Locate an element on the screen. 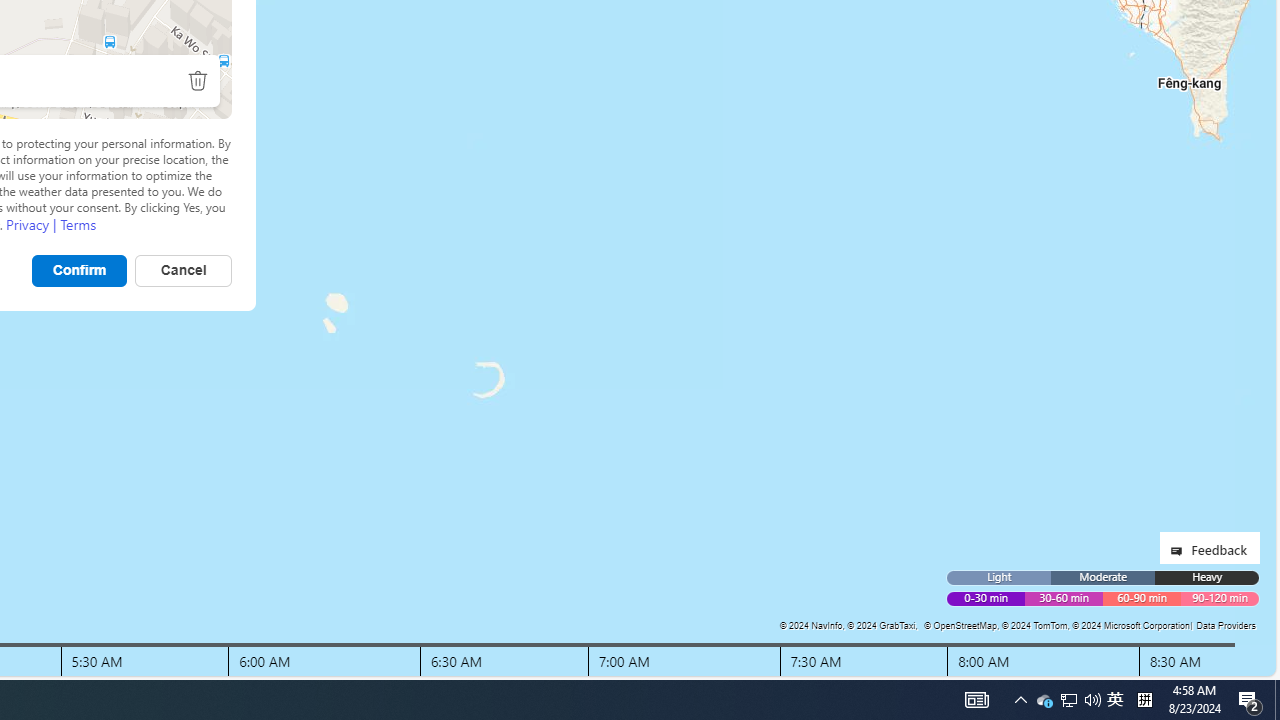 This screenshot has height=720, width=1280. 'Confirm' is located at coordinates (80, 270).